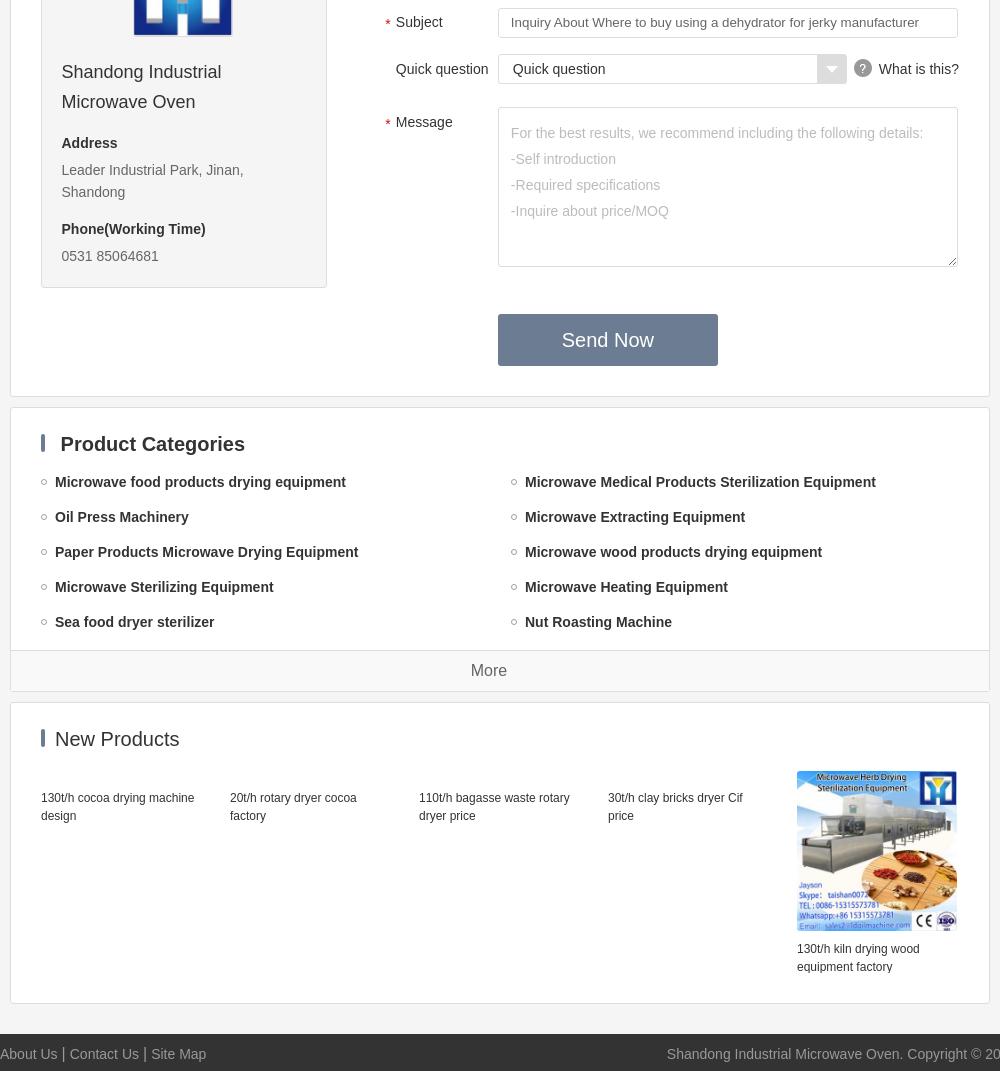 The width and height of the screenshot is (1000, 1071). I want to click on 'Send Now', so click(606, 339).